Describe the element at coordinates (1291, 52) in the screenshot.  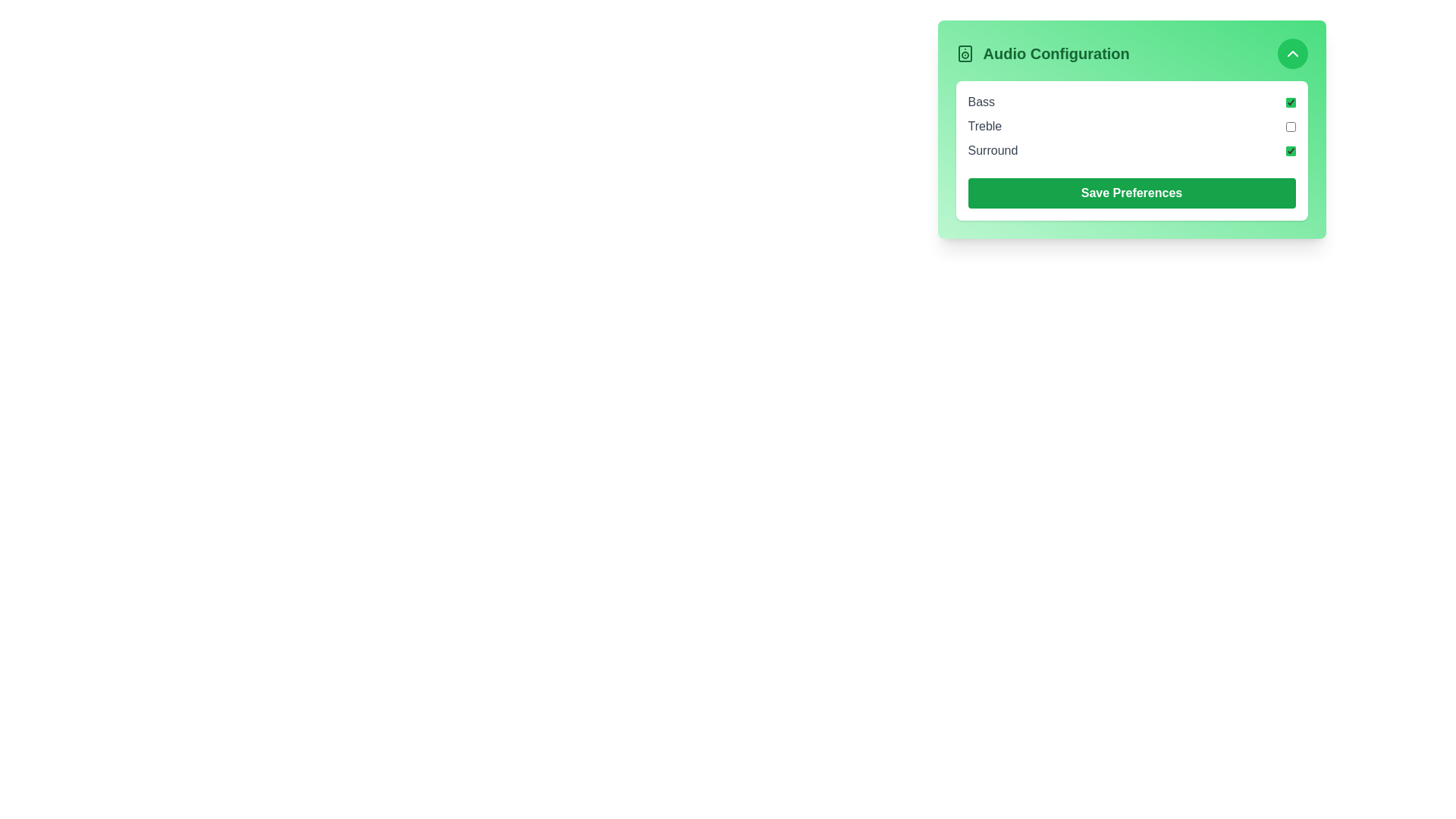
I see `the toggle icon located at the top-right corner of the rounded green button in the 'Audio Configuration' panel` at that location.